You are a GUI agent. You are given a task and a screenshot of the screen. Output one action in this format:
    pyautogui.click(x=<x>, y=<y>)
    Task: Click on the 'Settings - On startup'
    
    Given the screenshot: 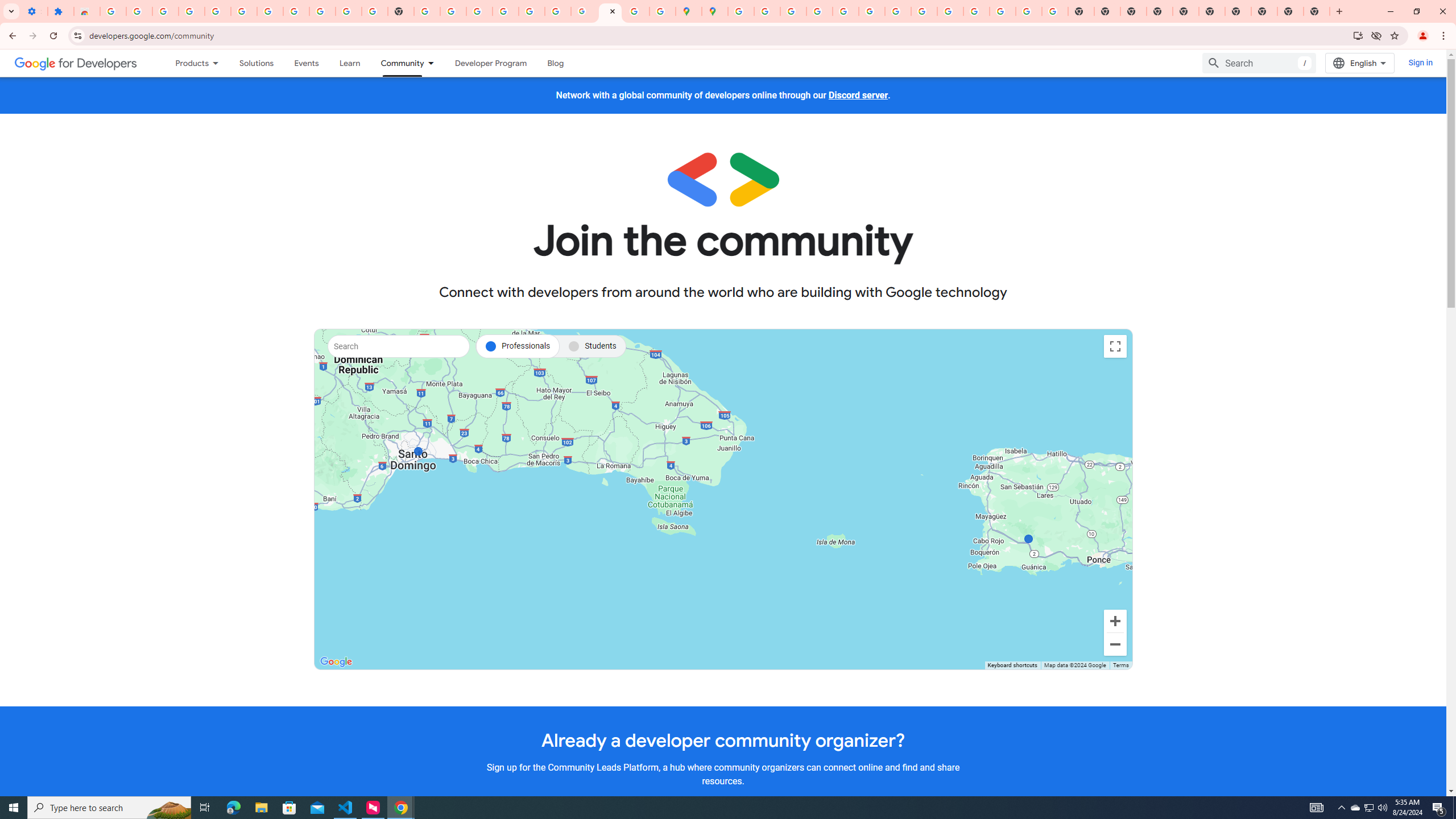 What is the action you would take?
    pyautogui.click(x=34, y=11)
    